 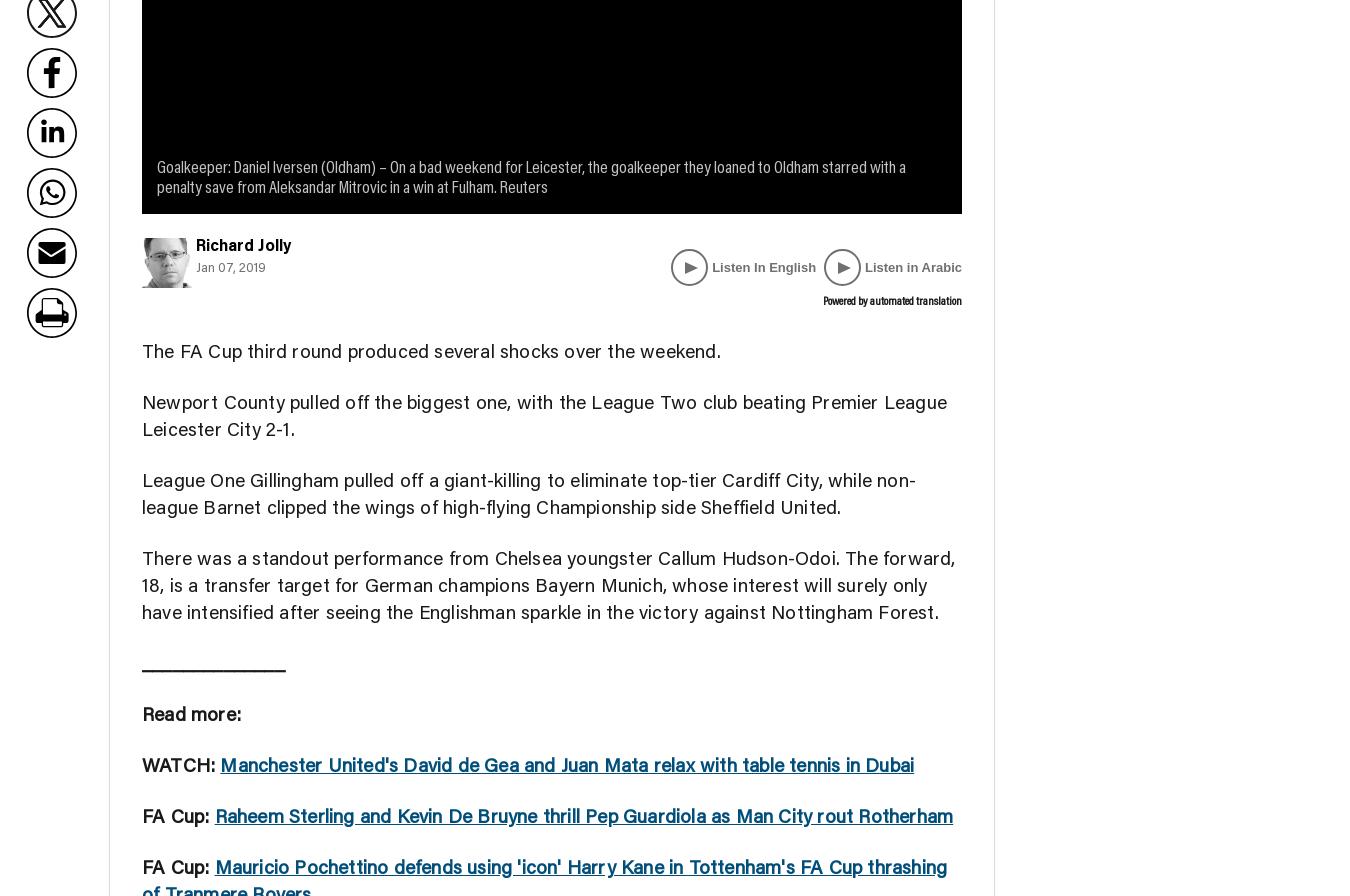 What do you see at coordinates (489, 33) in the screenshot?
I see `'Opinion'` at bounding box center [489, 33].